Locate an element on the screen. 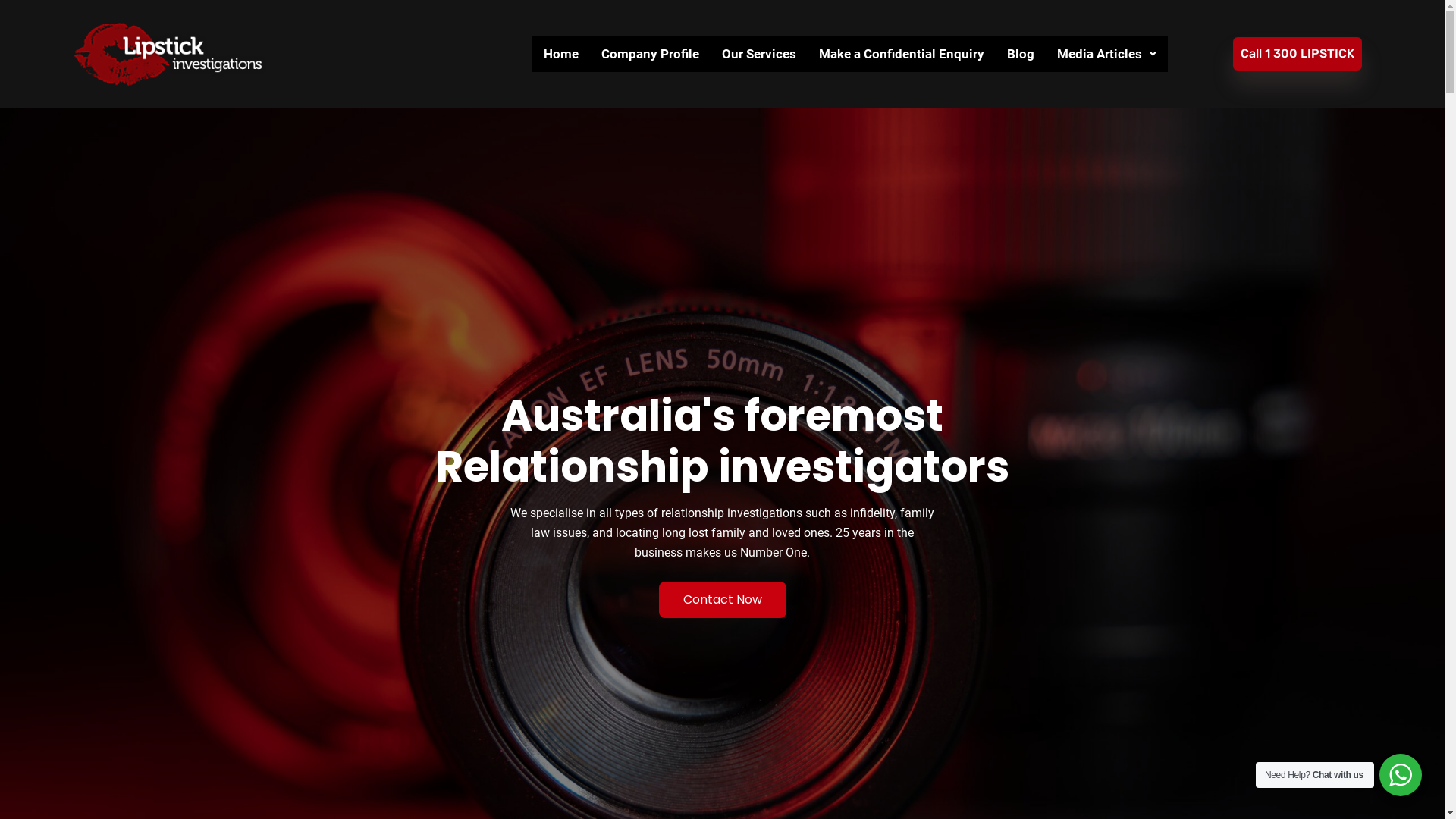  'Make a Confidential Enquiry' is located at coordinates (902, 53).